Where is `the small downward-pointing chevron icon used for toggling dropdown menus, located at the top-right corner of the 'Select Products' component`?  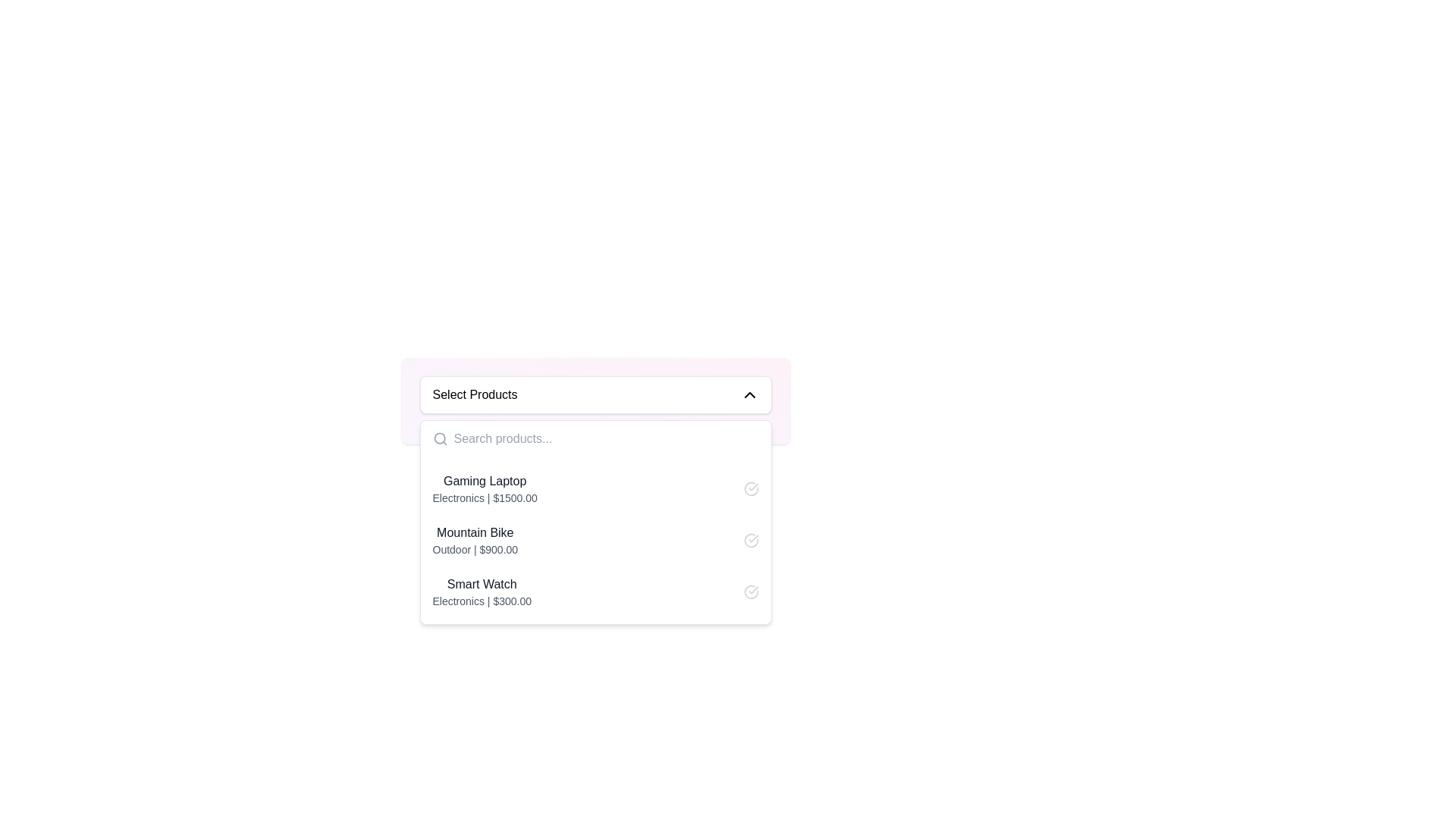
the small downward-pointing chevron icon used for toggling dropdown menus, located at the top-right corner of the 'Select Products' component is located at coordinates (749, 394).